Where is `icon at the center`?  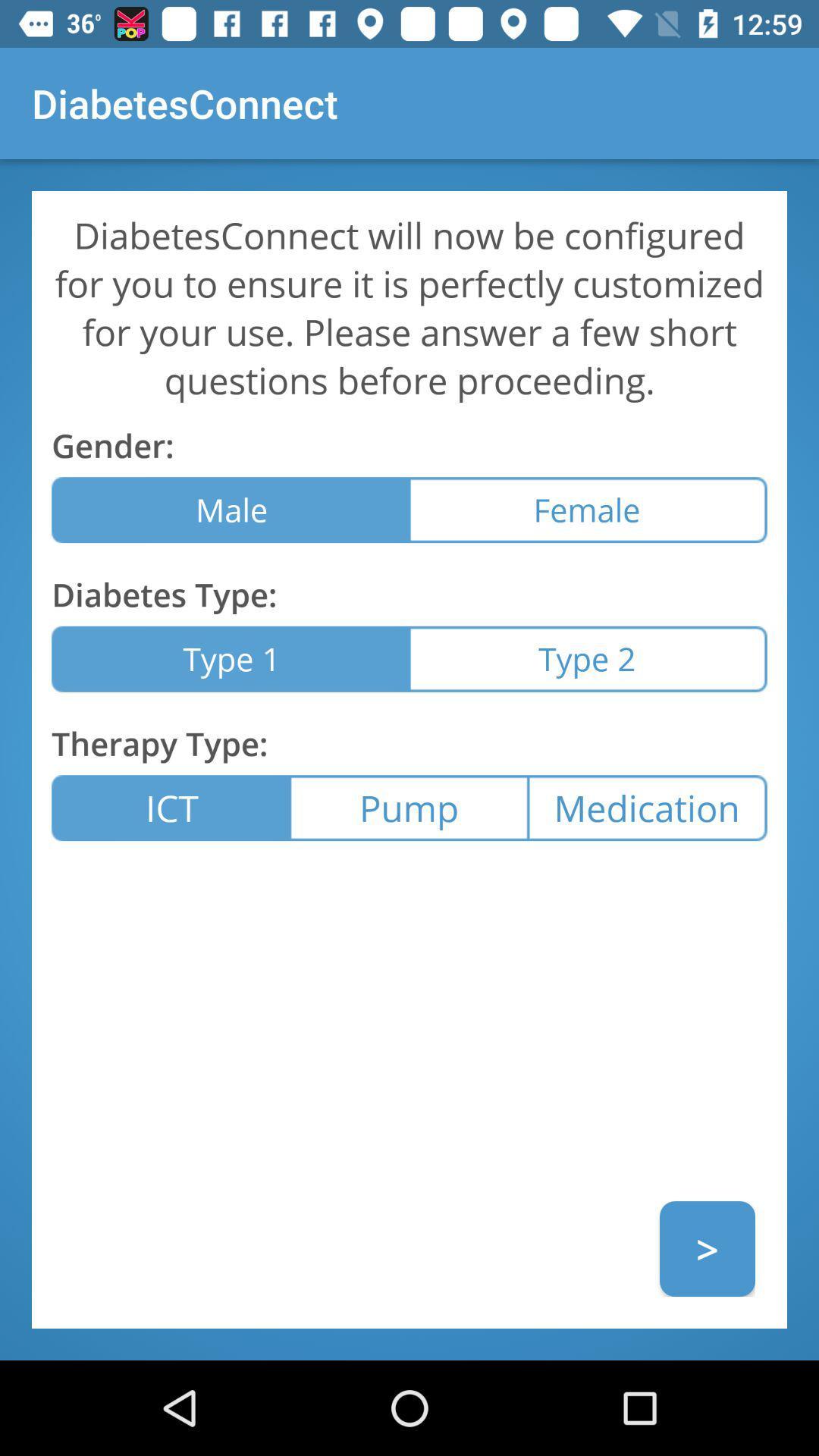 icon at the center is located at coordinates (408, 807).